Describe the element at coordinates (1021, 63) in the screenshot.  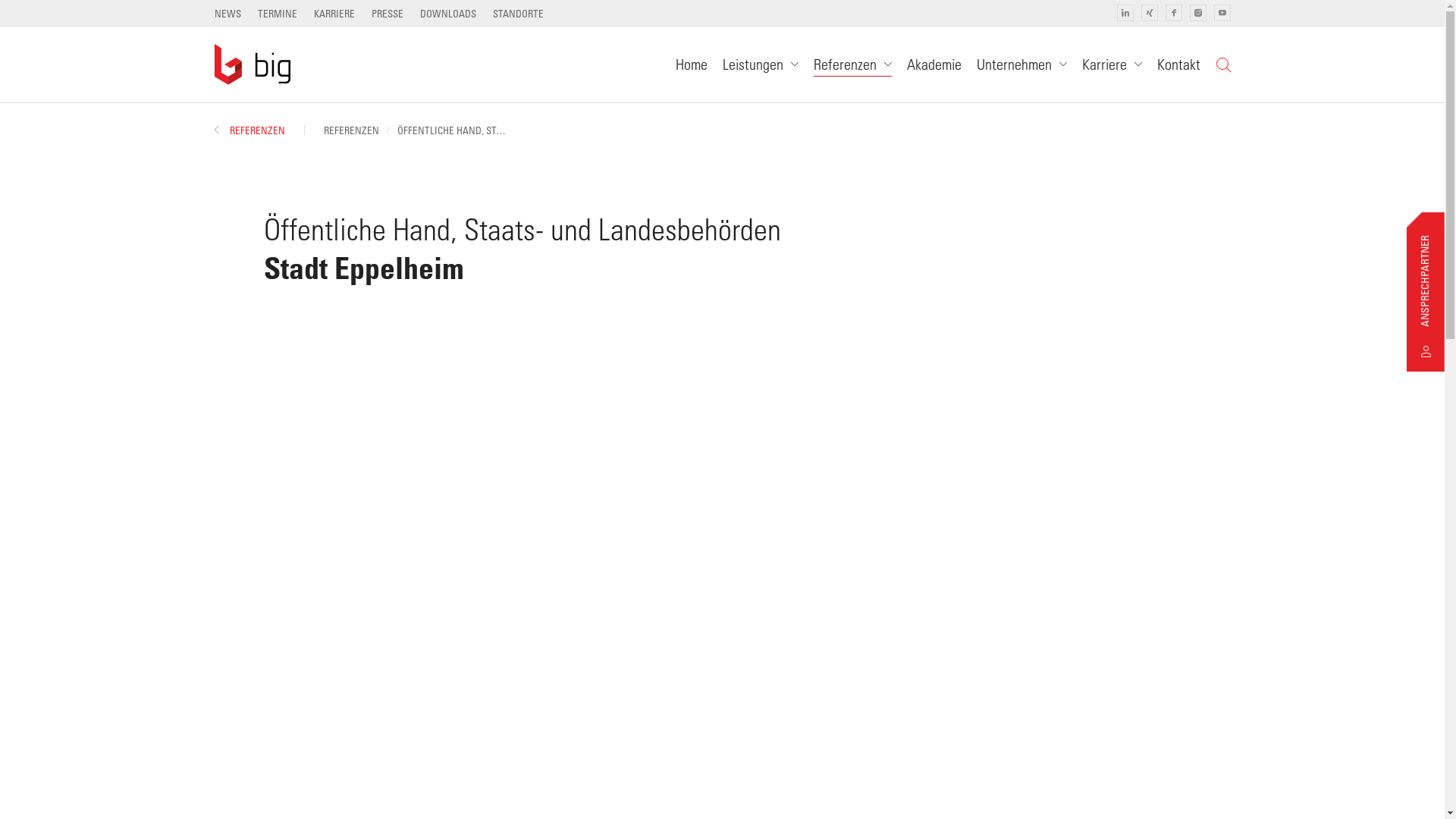
I see `'Unternehmen'` at that location.